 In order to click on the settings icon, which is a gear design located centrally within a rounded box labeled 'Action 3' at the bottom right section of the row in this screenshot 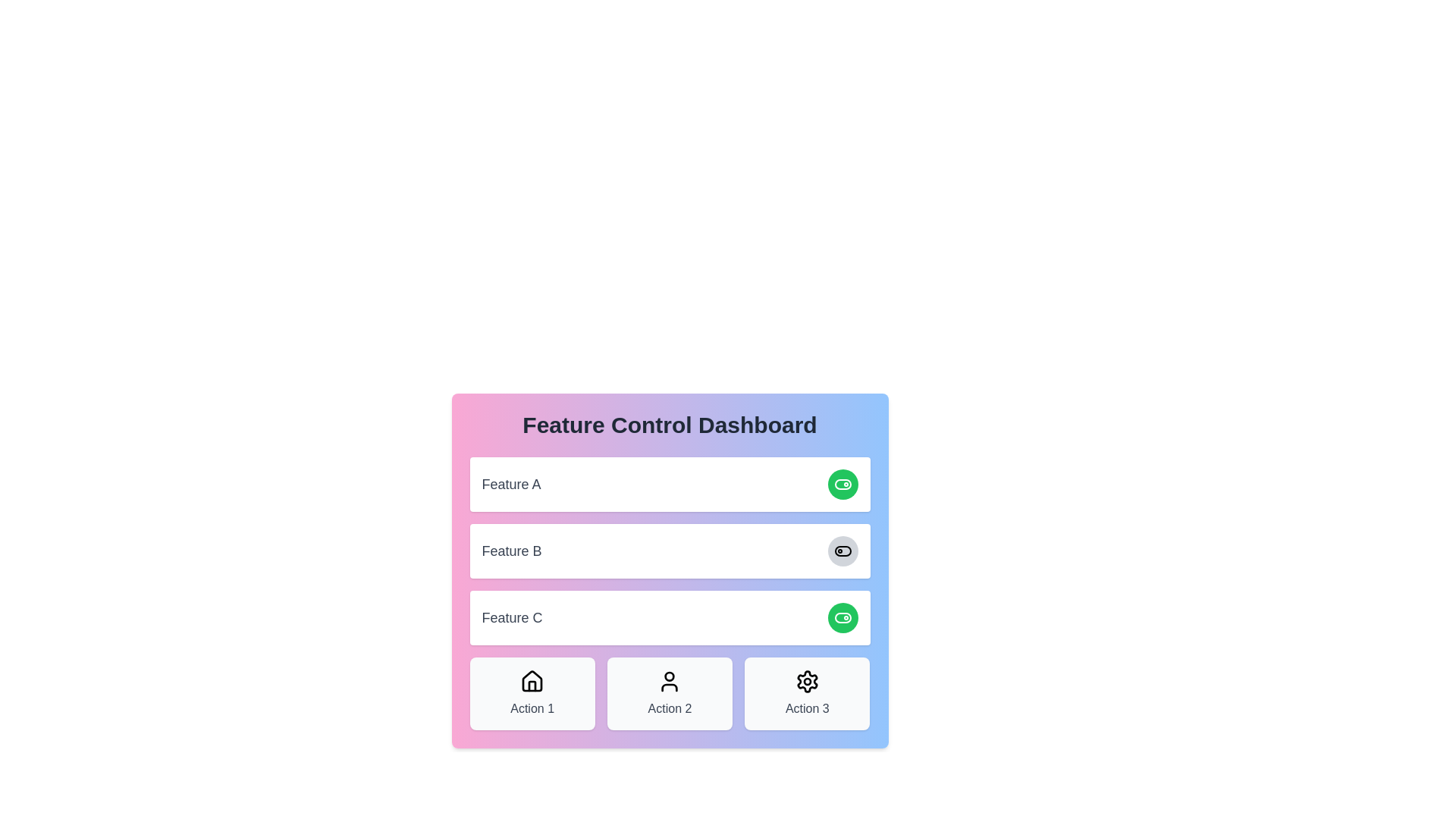, I will do `click(806, 680)`.